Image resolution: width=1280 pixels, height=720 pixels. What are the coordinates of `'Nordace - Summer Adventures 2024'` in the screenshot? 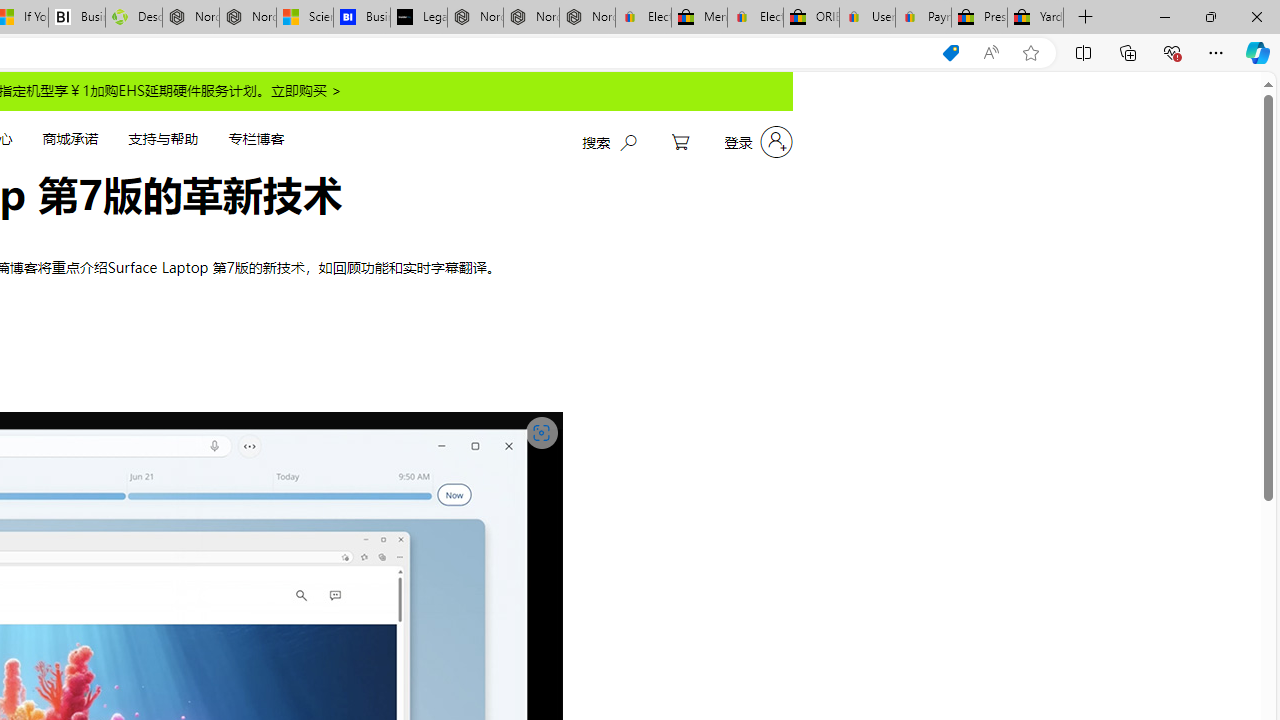 It's located at (190, 17).